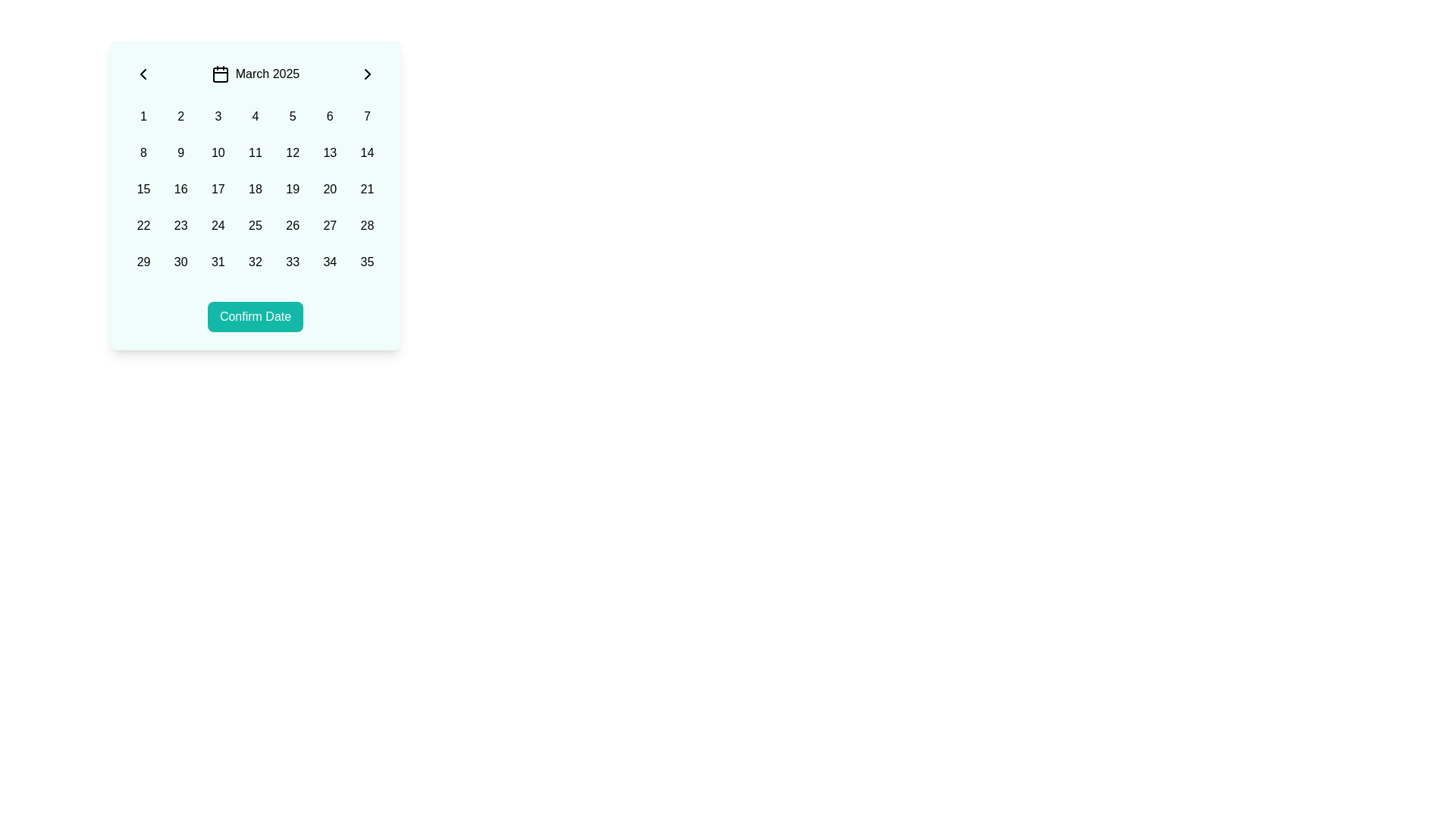  Describe the element at coordinates (367, 74) in the screenshot. I see `the chevron icon located in the top-right corner of the calendar header section` at that location.